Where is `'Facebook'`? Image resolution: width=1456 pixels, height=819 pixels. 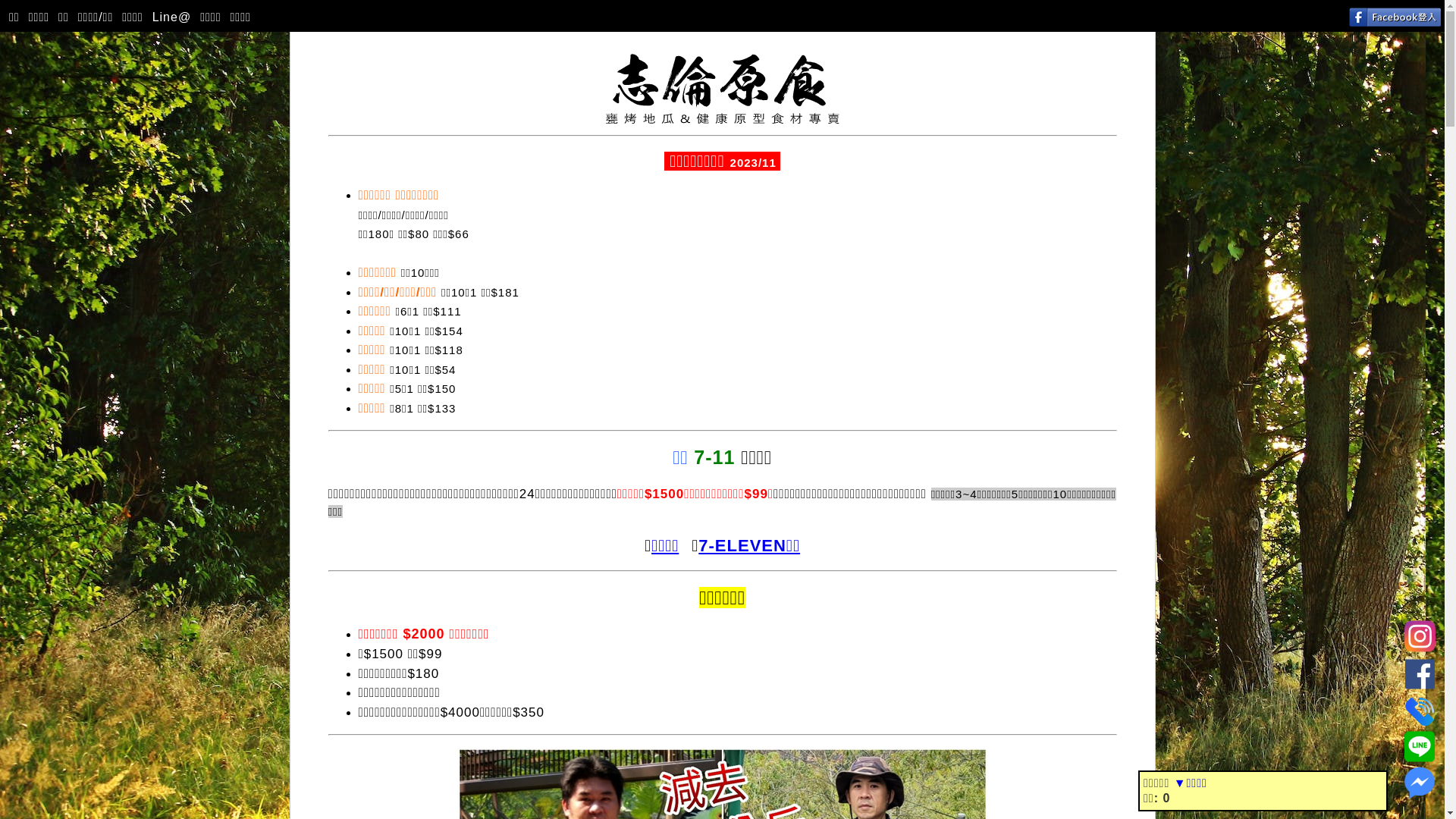
'Facebook' is located at coordinates (1419, 670).